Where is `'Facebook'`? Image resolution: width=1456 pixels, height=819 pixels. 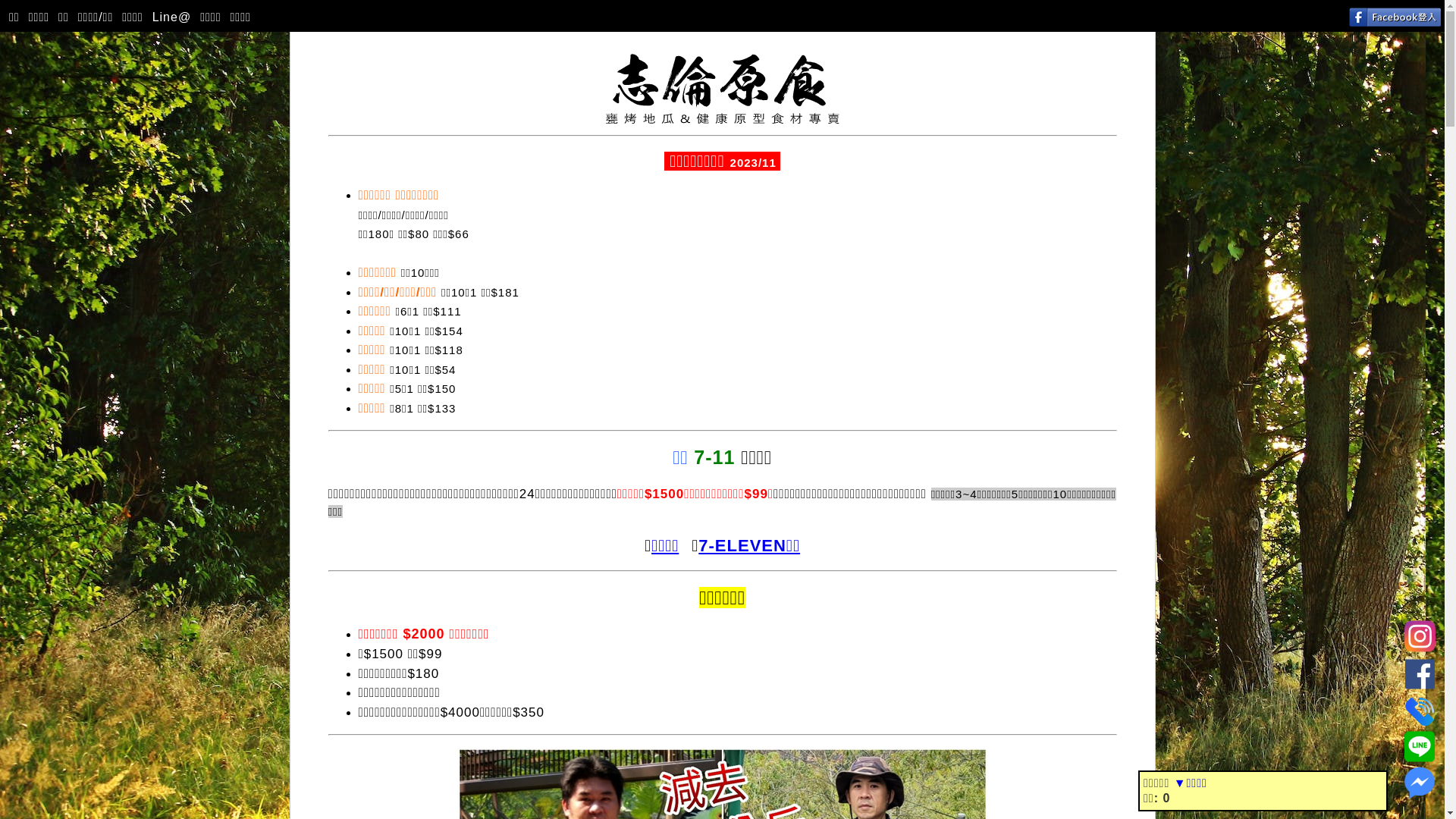
'Facebook' is located at coordinates (1419, 670).